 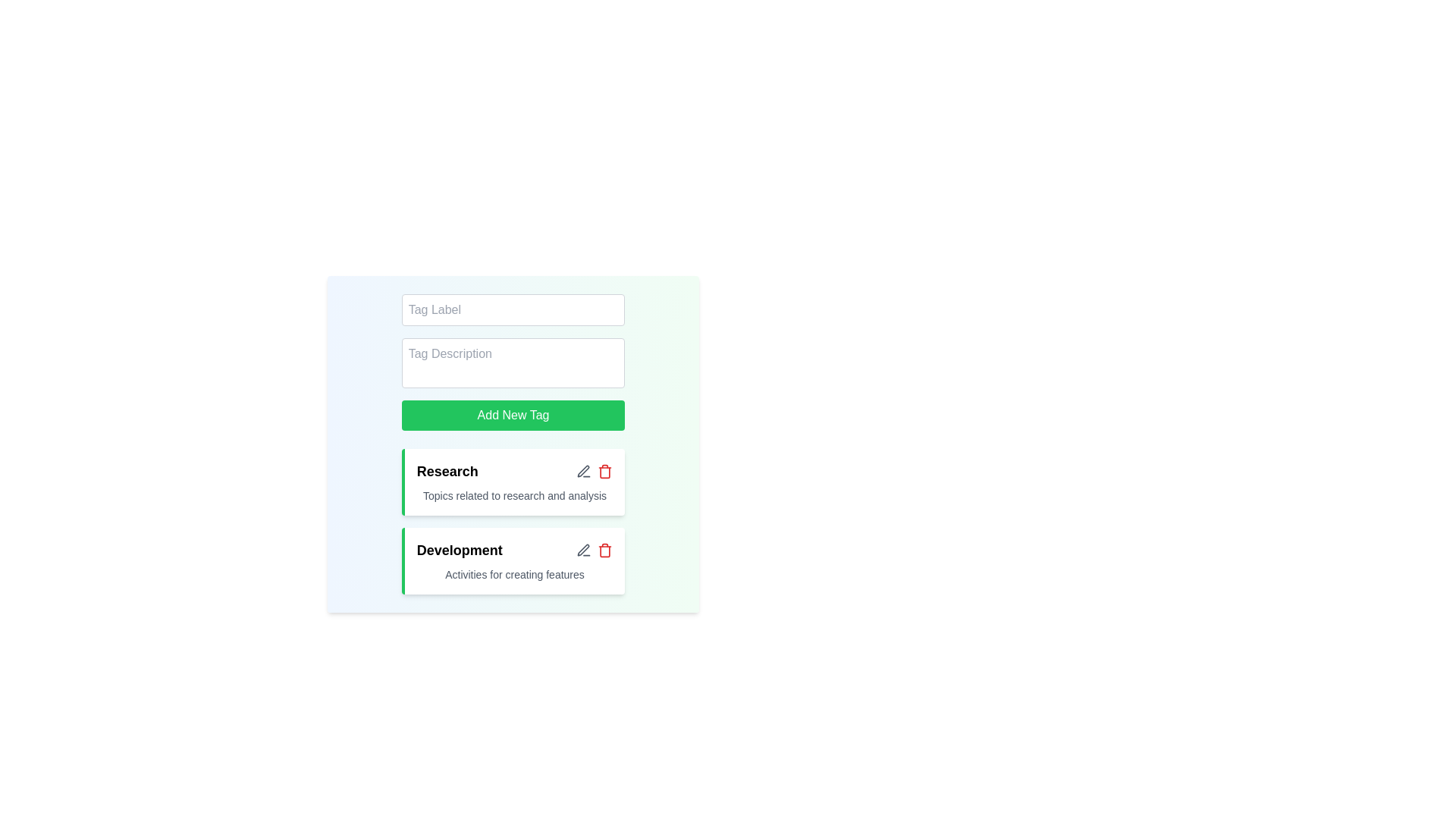 What do you see at coordinates (583, 470) in the screenshot?
I see `the editing button located in the second card labeled 'Development', positioned to the right of the text 'Development' and above the delete icon` at bounding box center [583, 470].